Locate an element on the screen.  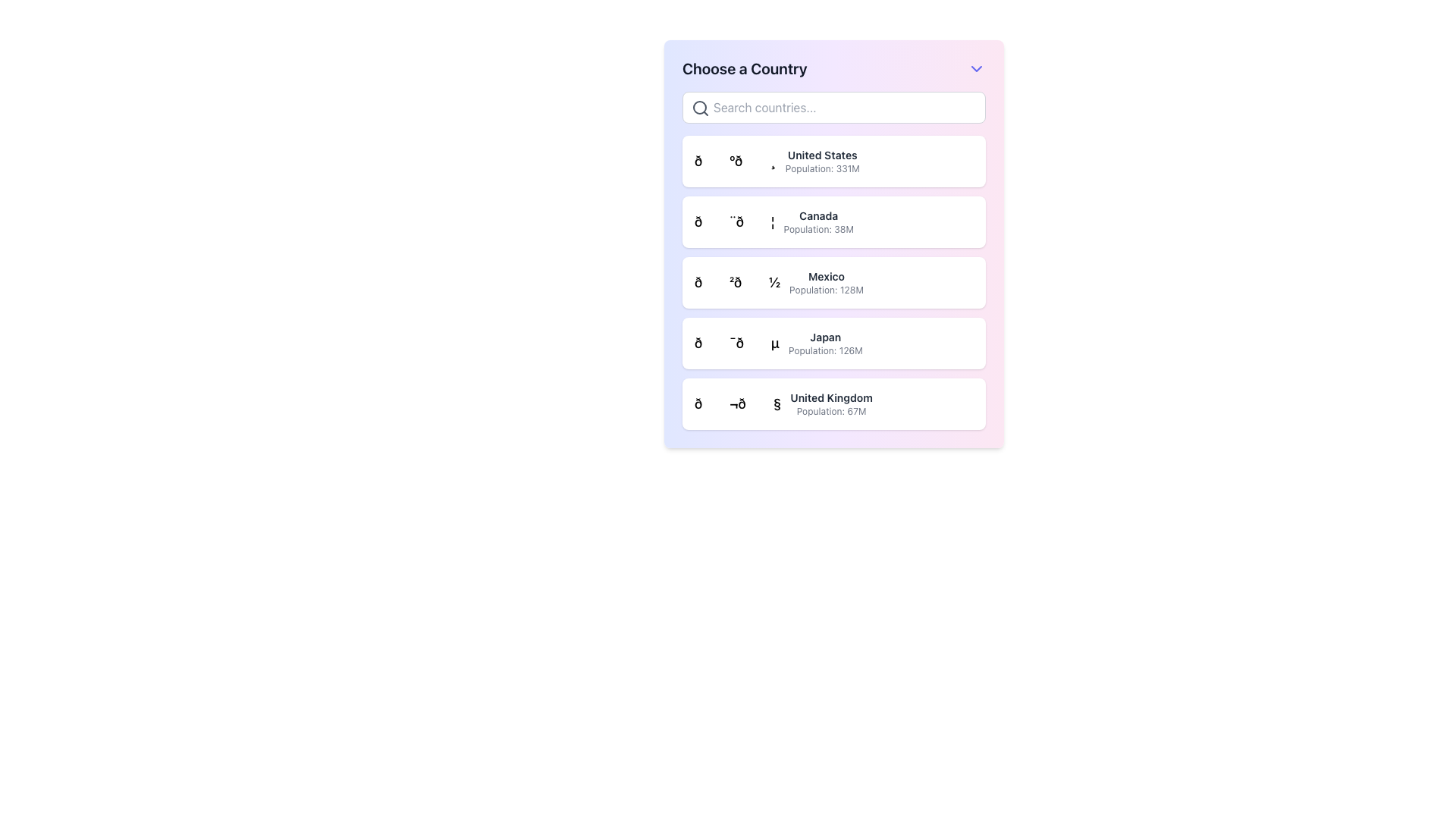
to select the country 'United Kingdom' from the vertically stacked list of country cards, which is the fifth card in the sequence is located at coordinates (833, 403).